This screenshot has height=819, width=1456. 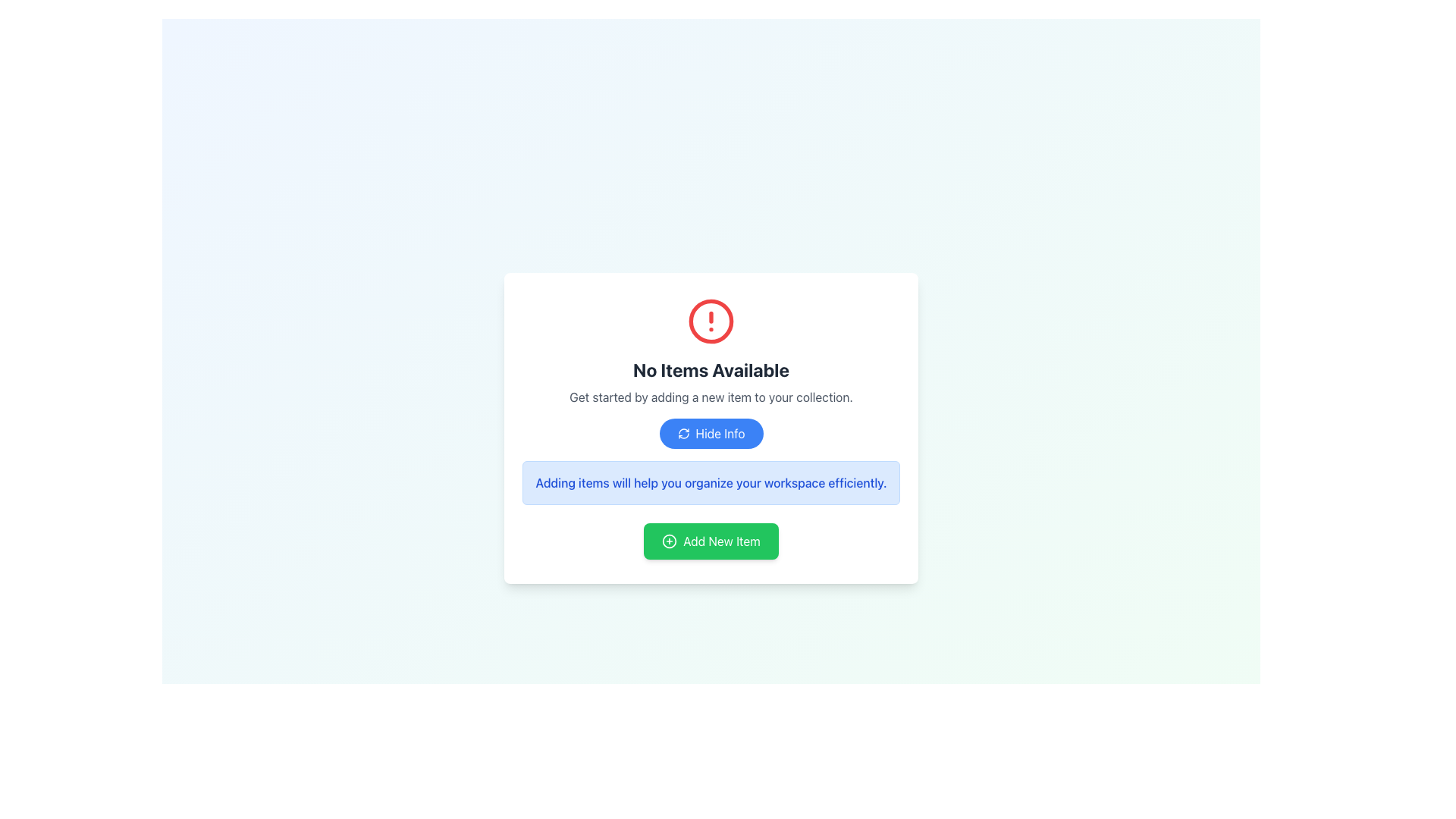 I want to click on instructional text that says 'Get started by adding a new item to your collection.' which is located below the header 'No Items Available' and above the blue 'Hide Info' button, so click(x=710, y=397).